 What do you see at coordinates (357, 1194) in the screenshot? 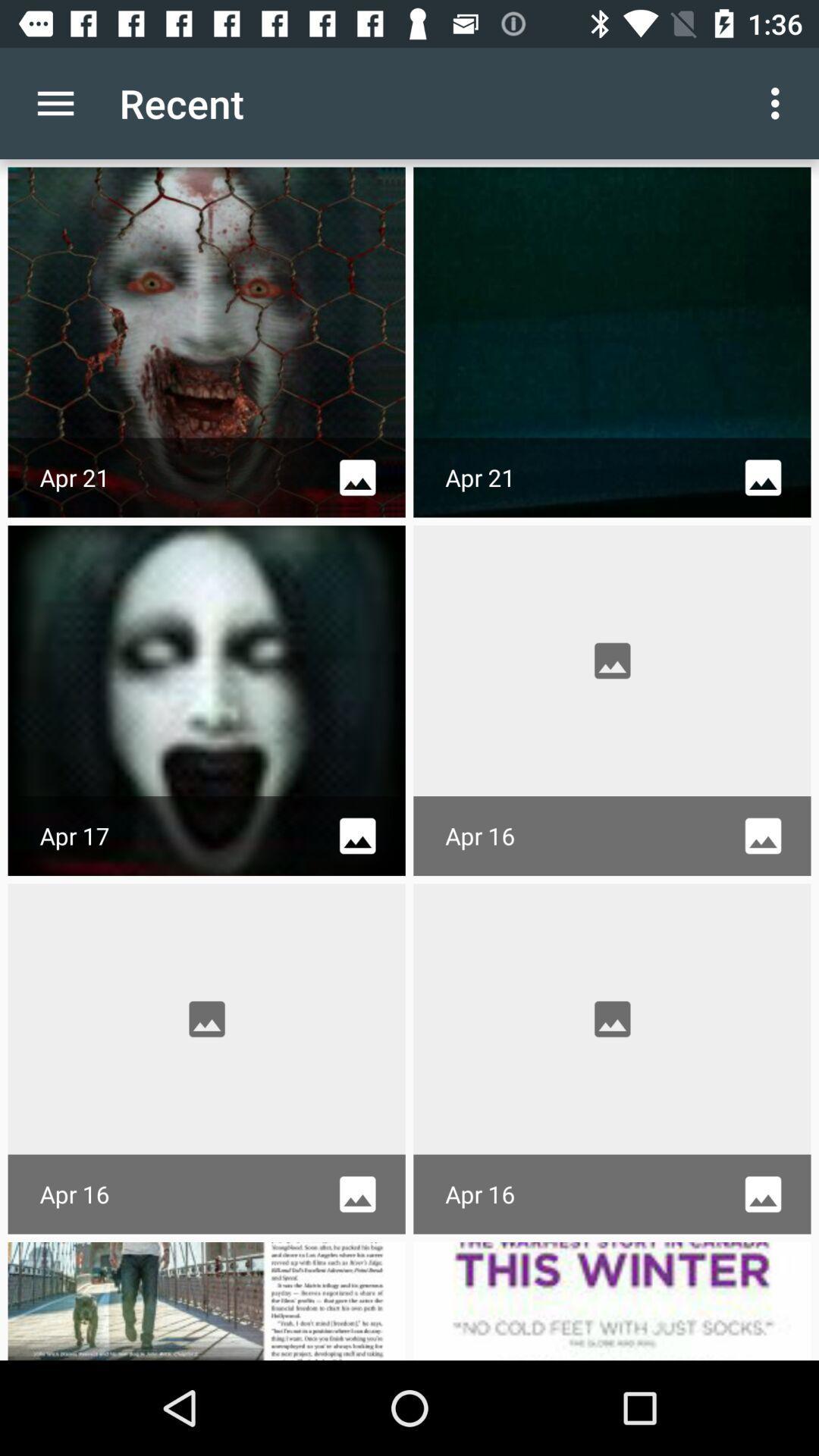
I see `image icon beside apr 16` at bounding box center [357, 1194].